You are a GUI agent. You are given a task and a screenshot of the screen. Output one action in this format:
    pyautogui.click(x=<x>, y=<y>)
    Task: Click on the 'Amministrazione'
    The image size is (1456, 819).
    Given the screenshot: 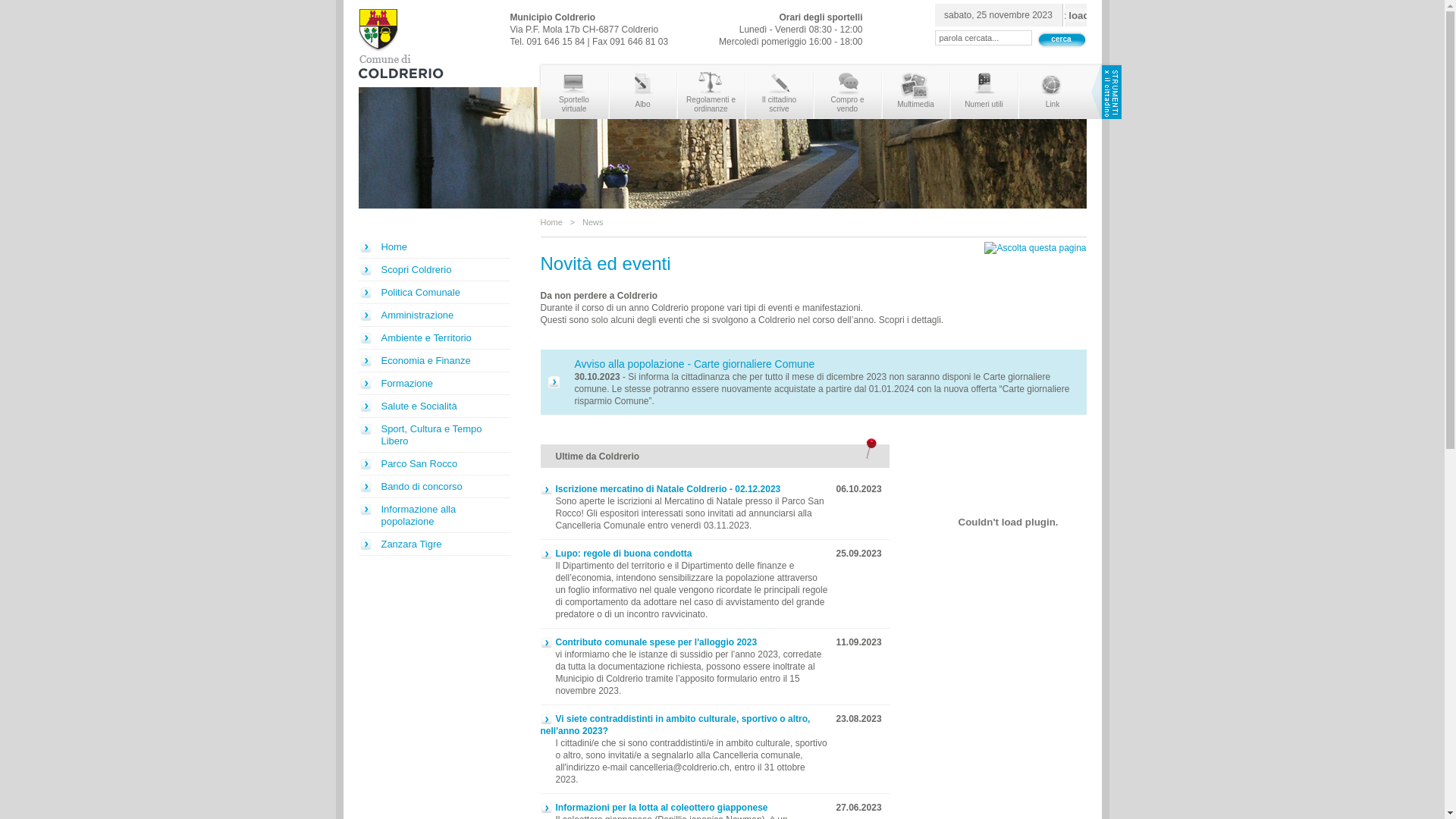 What is the action you would take?
    pyautogui.click(x=432, y=315)
    